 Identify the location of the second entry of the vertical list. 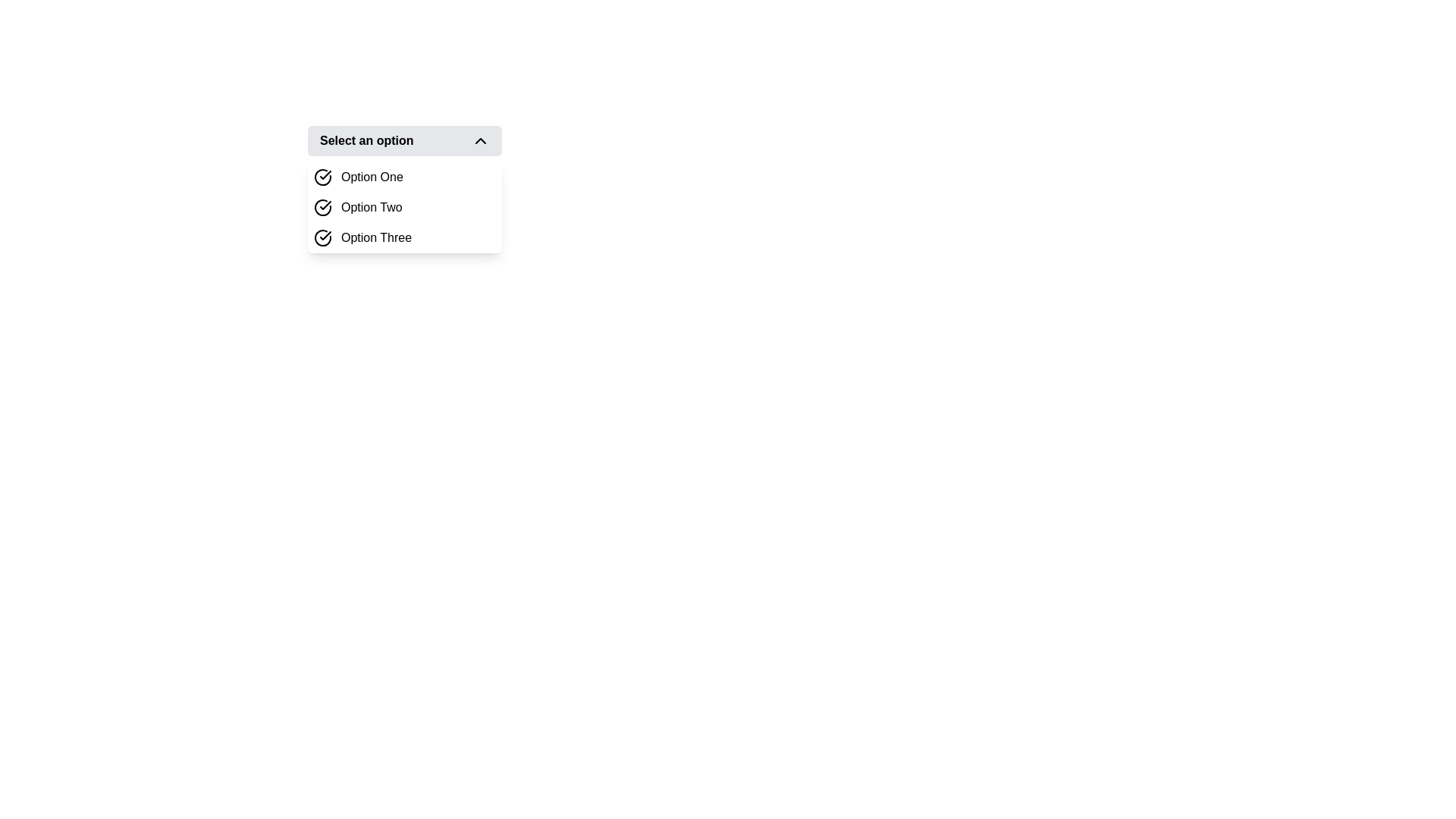
(404, 207).